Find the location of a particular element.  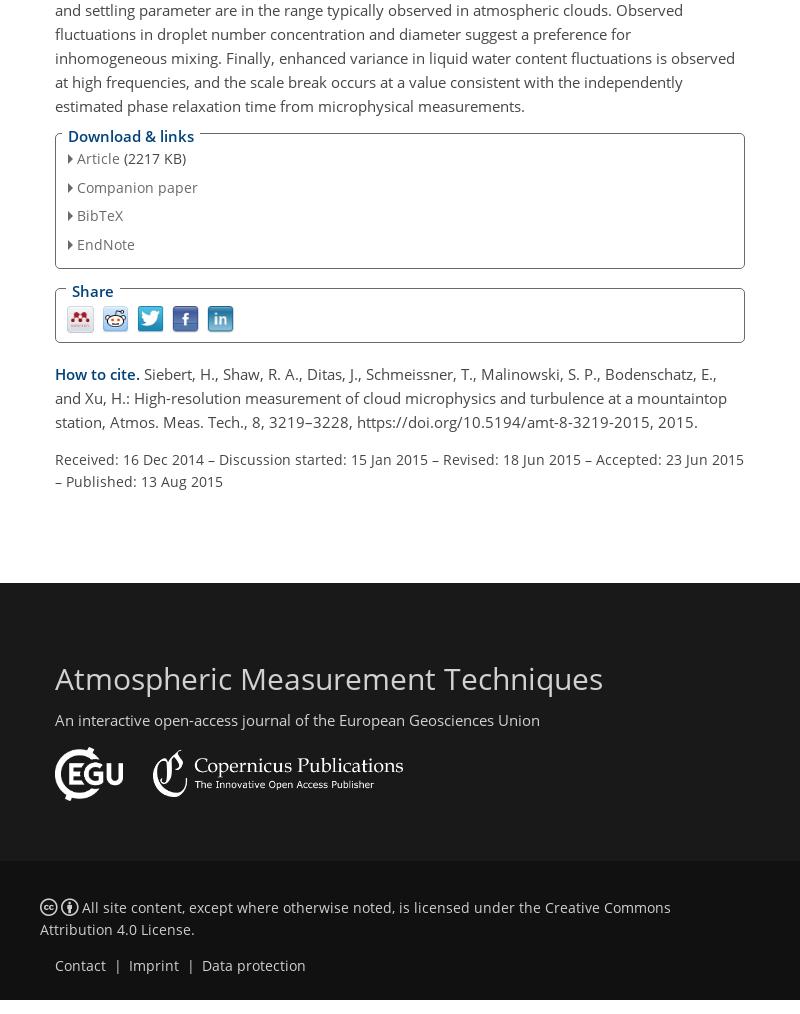

'Download & links' is located at coordinates (130, 134).